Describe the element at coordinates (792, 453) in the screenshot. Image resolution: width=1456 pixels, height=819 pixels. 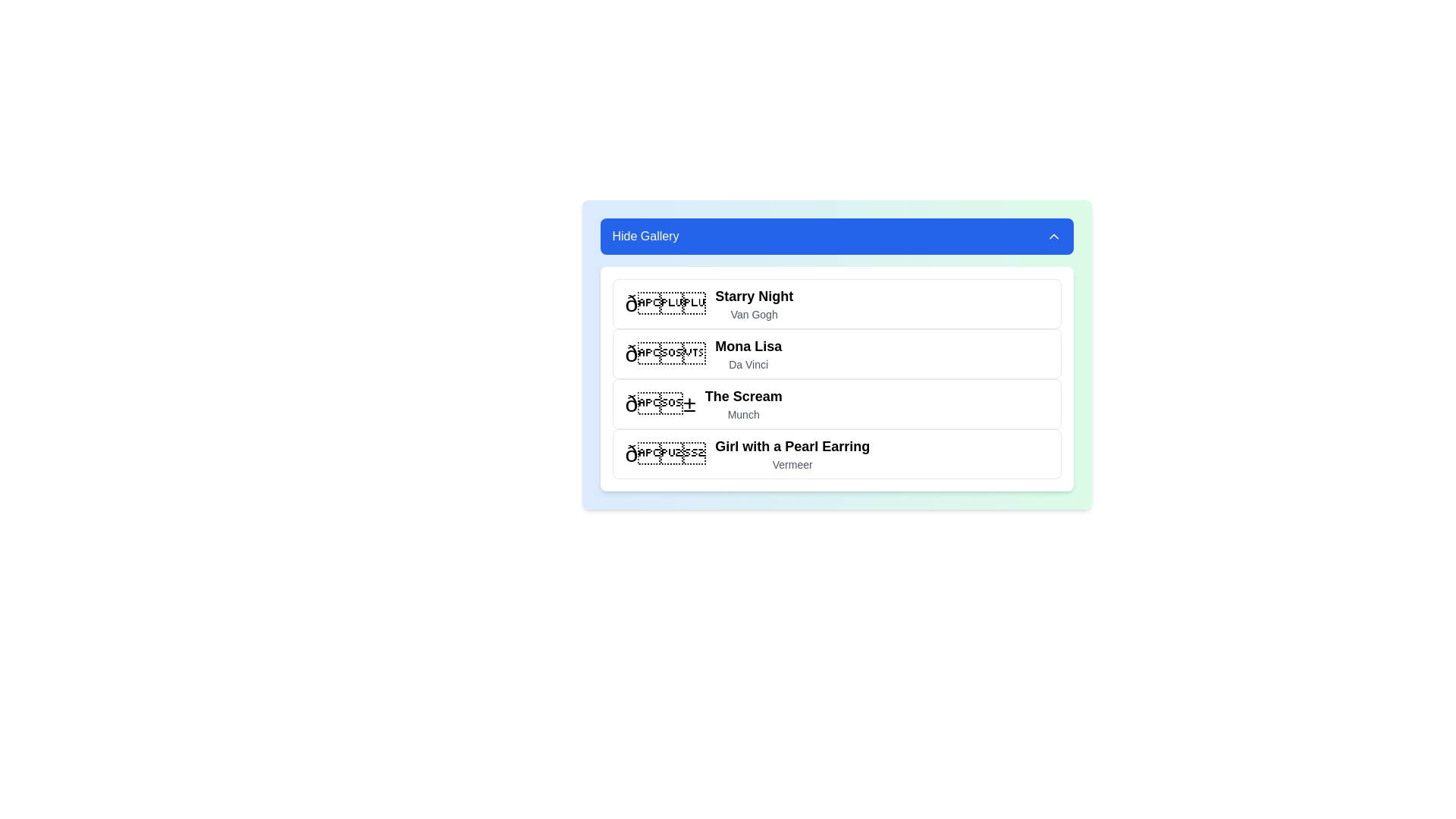
I see `the text label element displaying 'Girl with a Pearl Earring' in bold font, located at the bottom of a vertical list in the 'Hide Gallery' panel` at that location.